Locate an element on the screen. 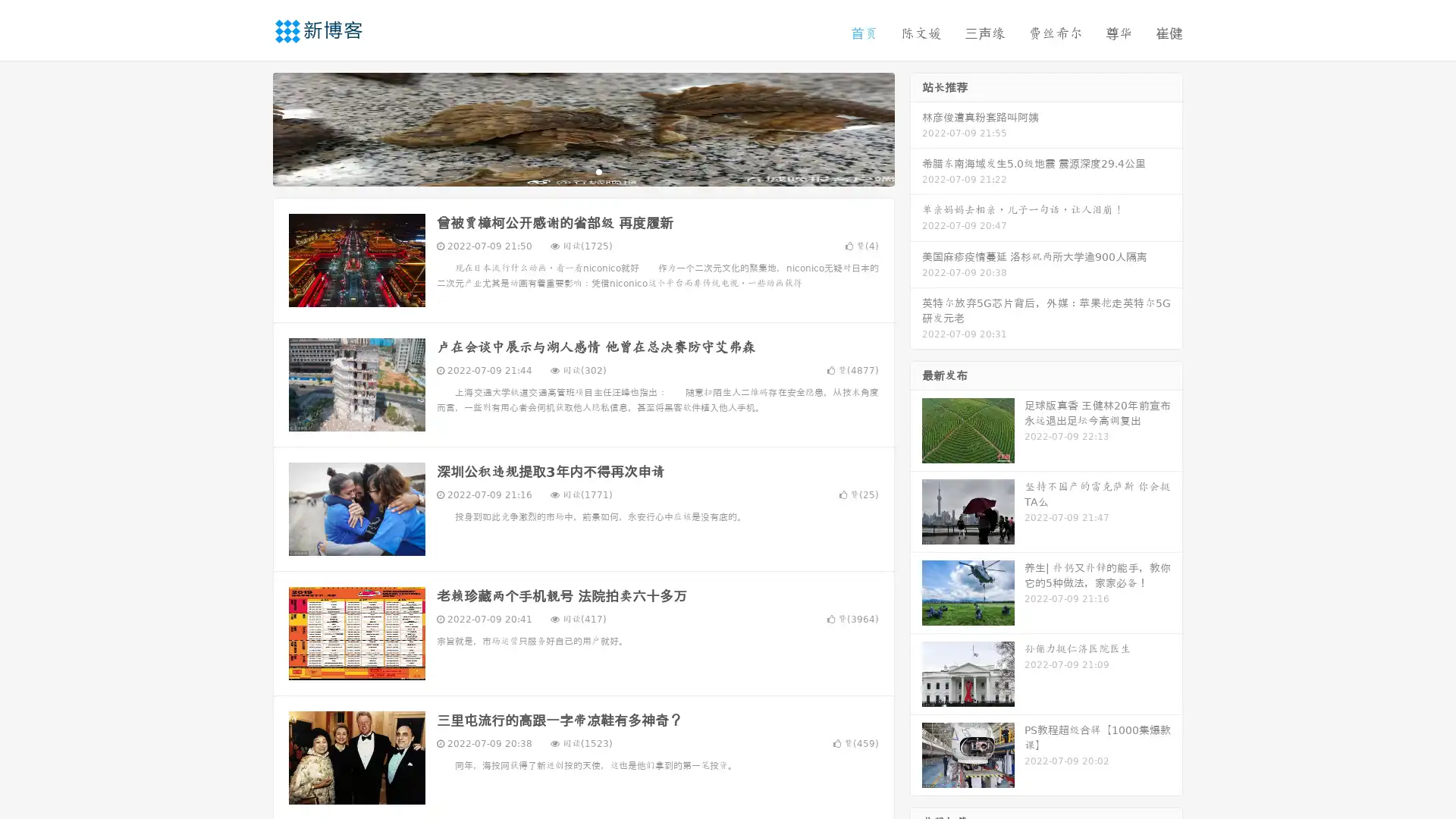 The image size is (1456, 819). Go to slide 1 is located at coordinates (567, 171).